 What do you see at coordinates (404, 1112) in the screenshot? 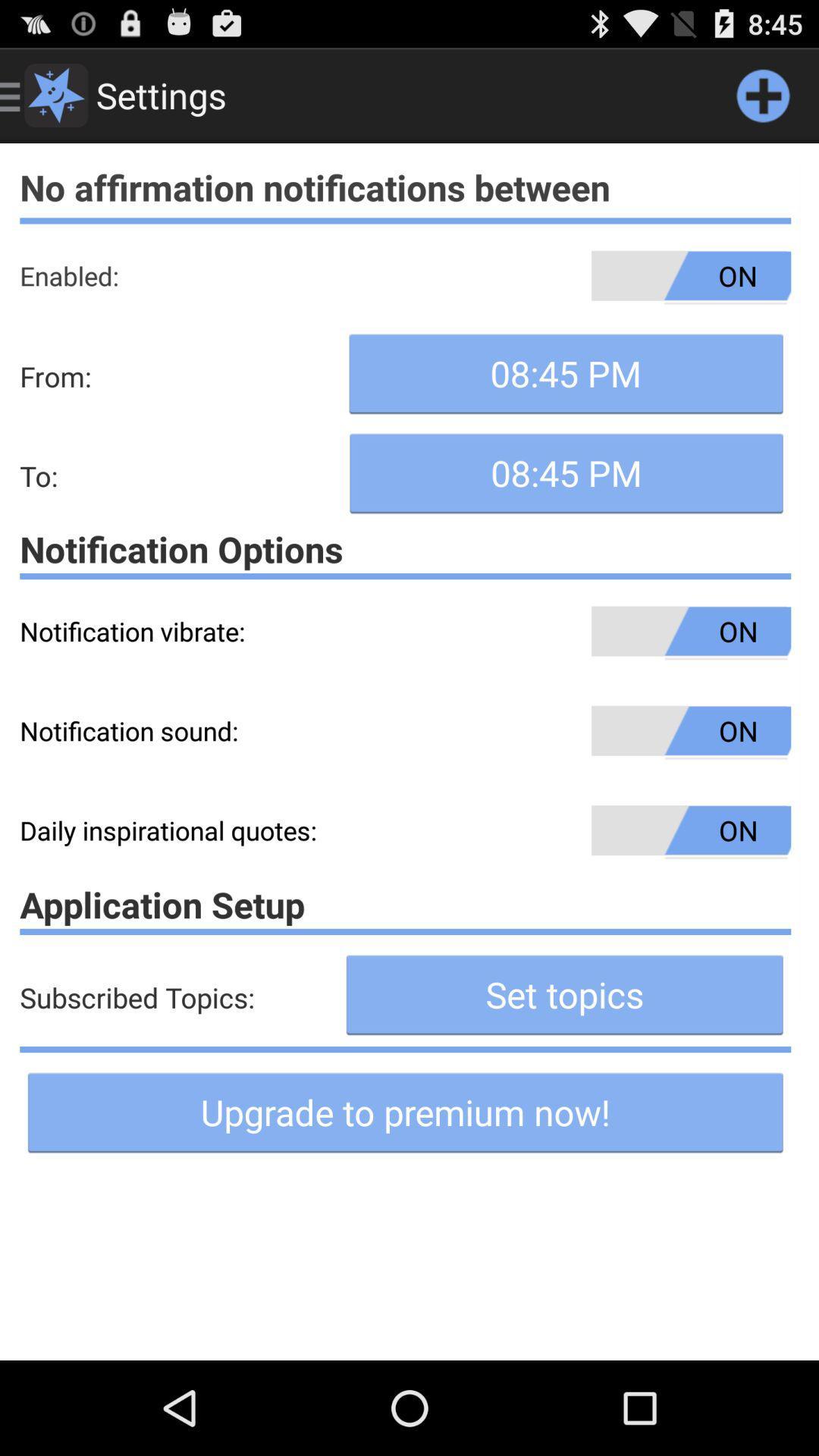
I see `the button on the bottom line of the web page` at bounding box center [404, 1112].